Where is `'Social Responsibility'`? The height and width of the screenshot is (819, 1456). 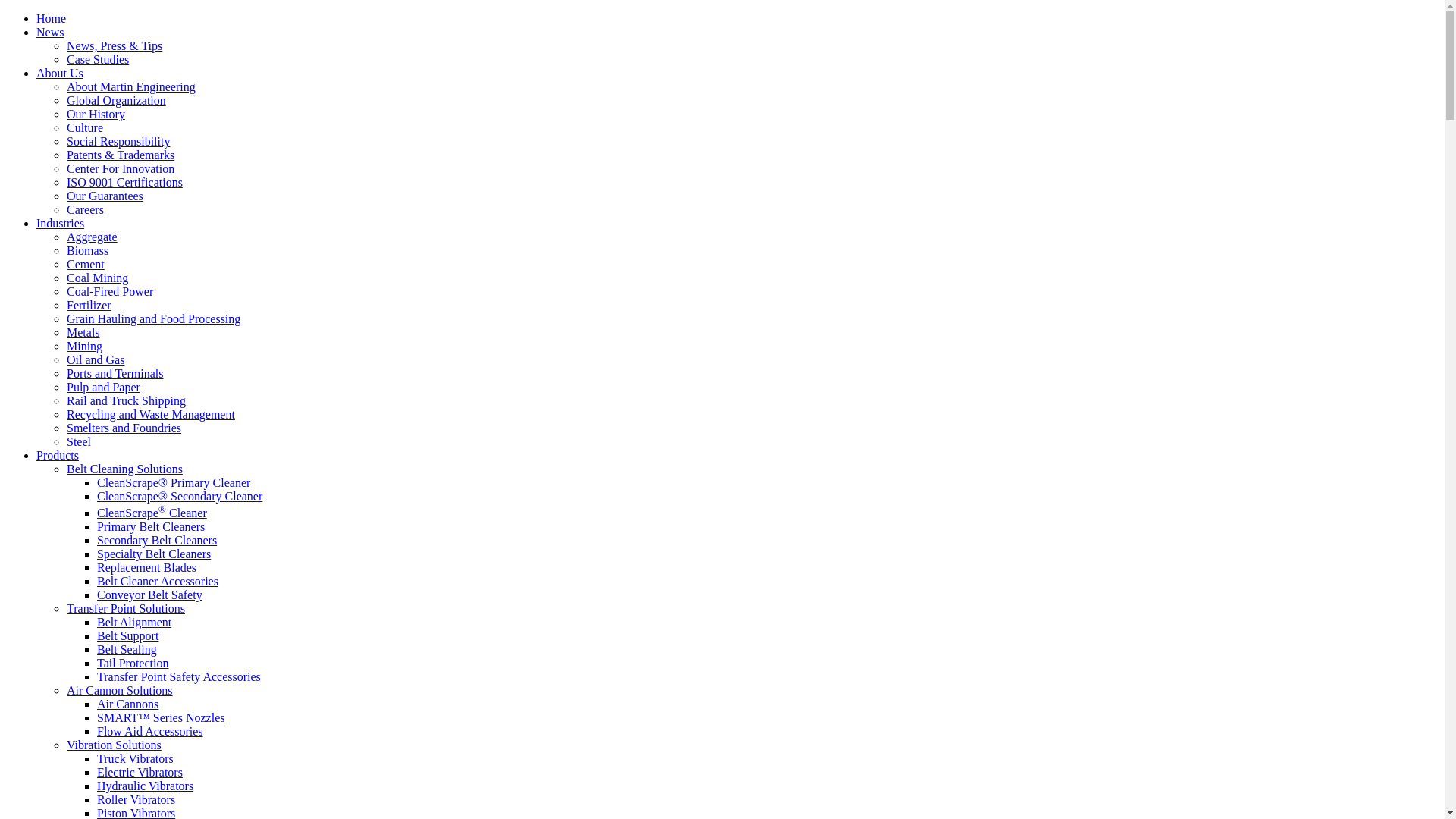 'Social Responsibility' is located at coordinates (118, 141).